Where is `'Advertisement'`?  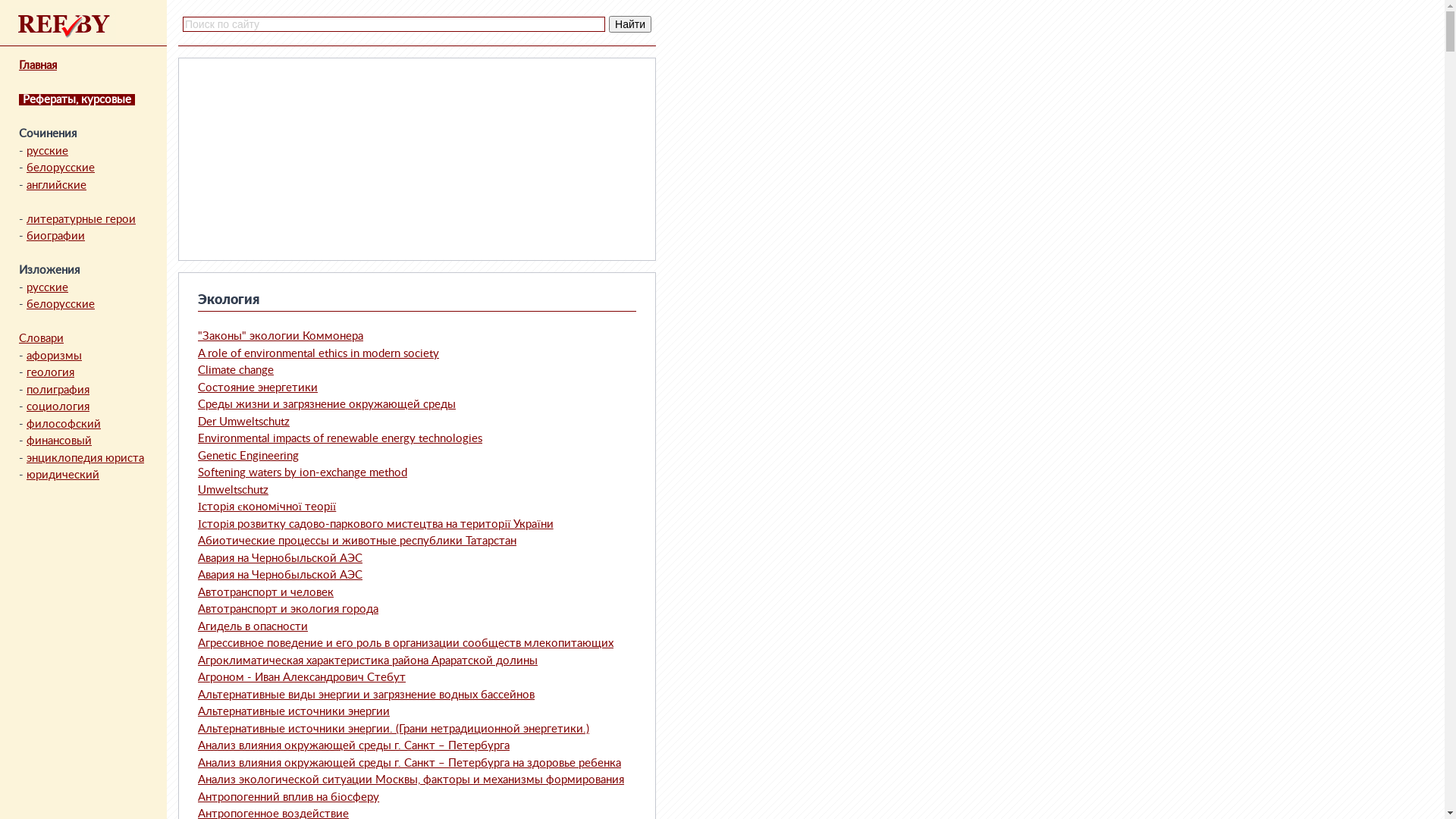
'Advertisement' is located at coordinates (535, 158).